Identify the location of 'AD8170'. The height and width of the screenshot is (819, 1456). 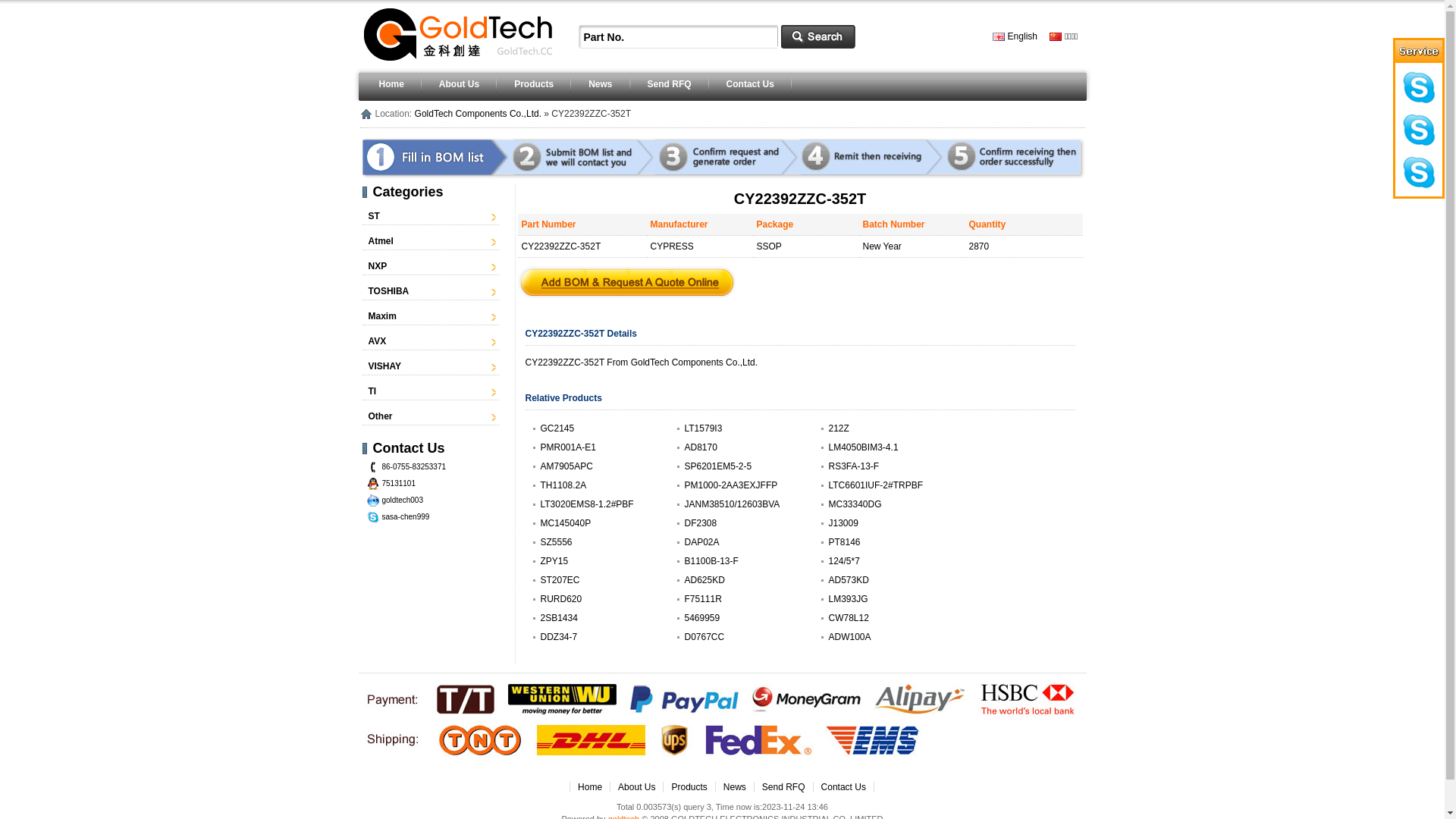
(683, 447).